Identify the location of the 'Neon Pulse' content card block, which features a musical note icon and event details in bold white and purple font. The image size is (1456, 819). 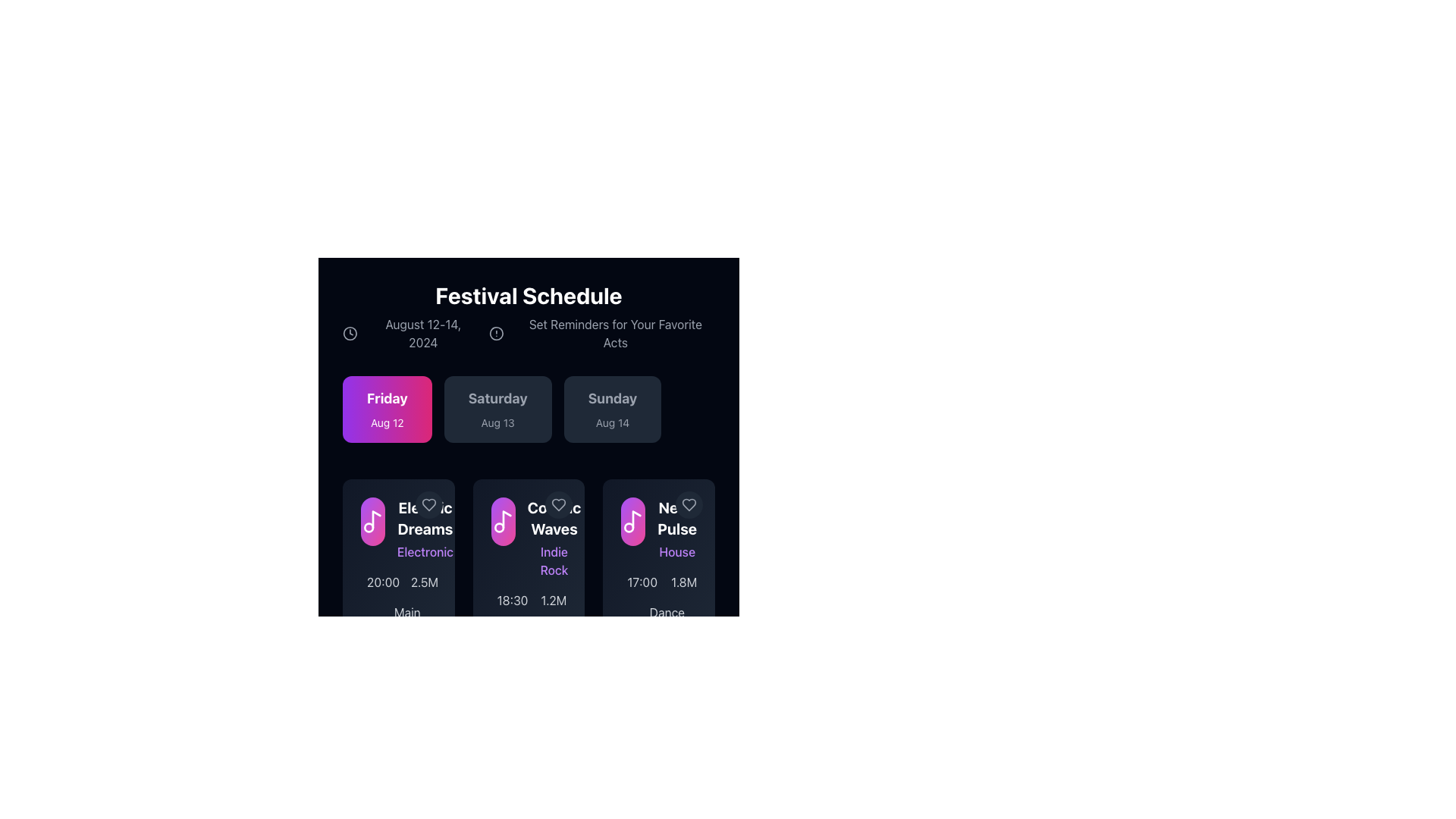
(659, 529).